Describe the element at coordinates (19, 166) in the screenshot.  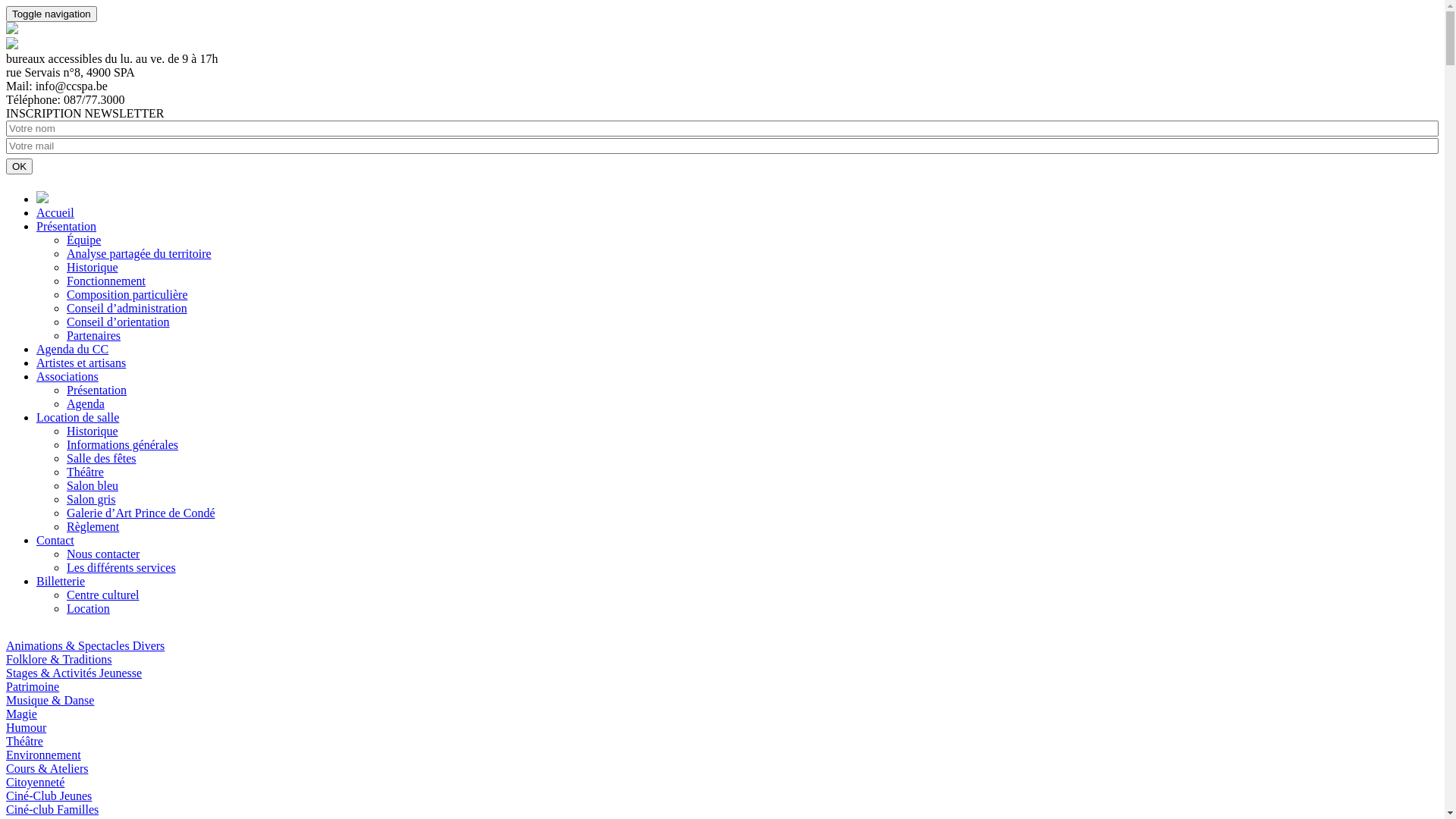
I see `'OK'` at that location.